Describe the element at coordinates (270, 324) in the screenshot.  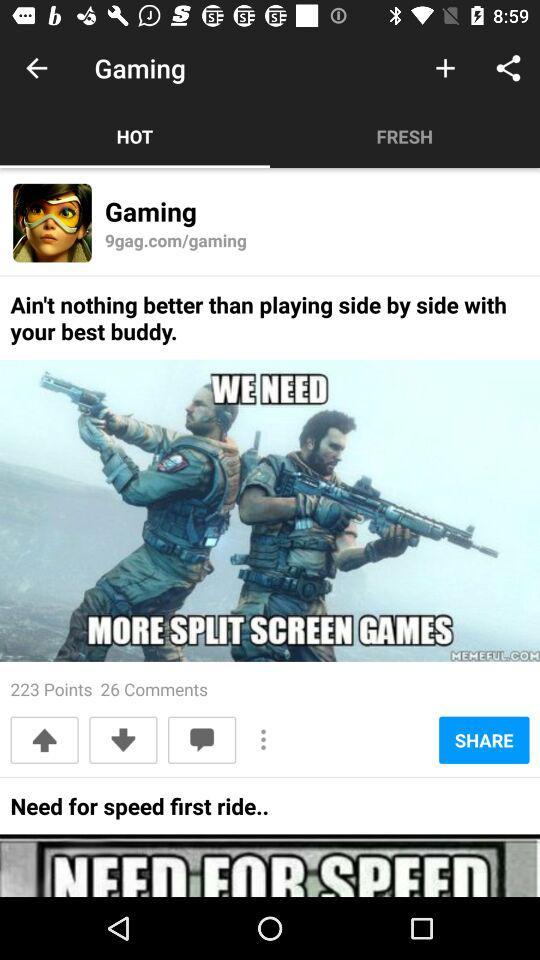
I see `the ain t nothing item` at that location.